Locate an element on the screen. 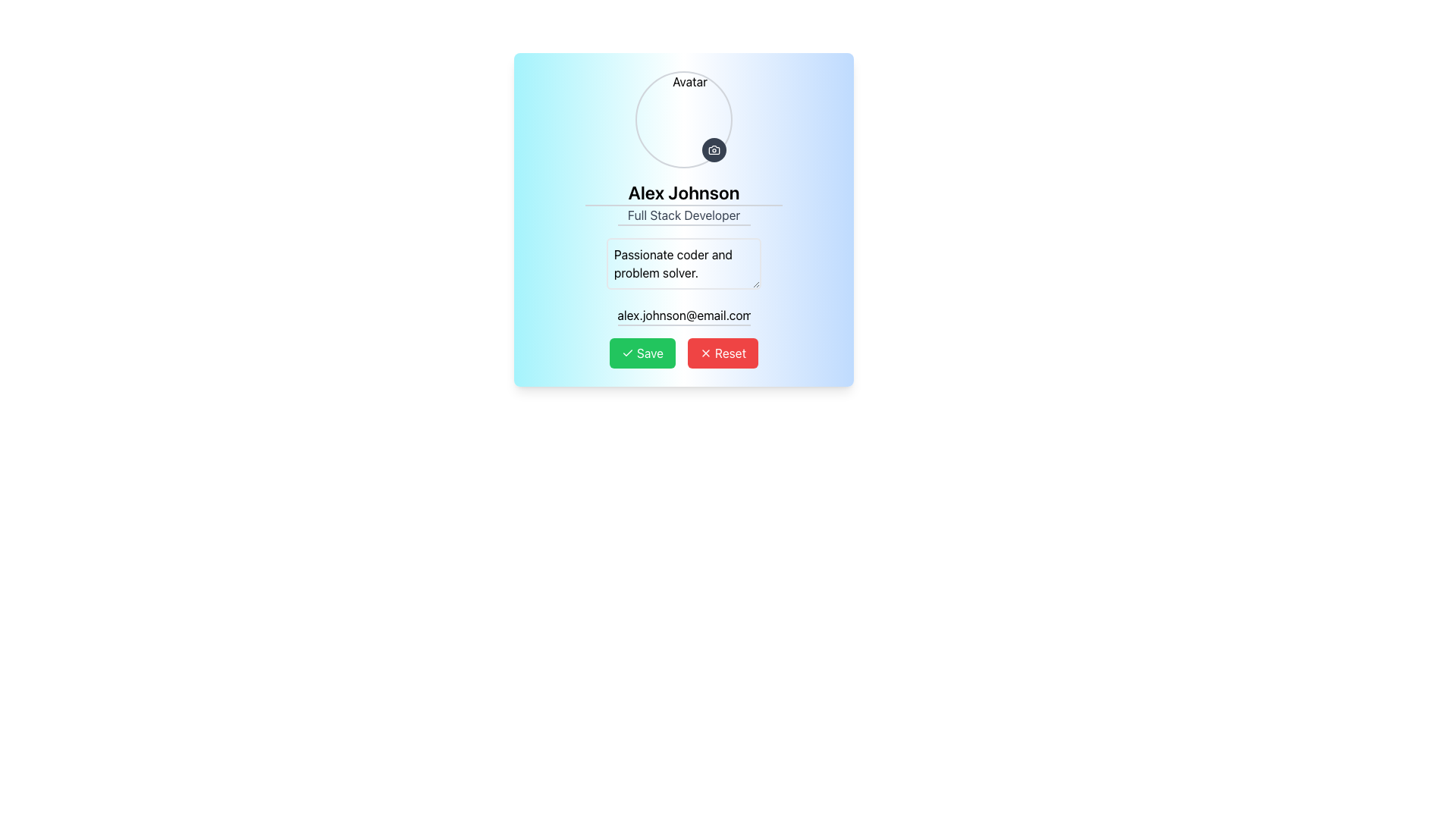 Image resolution: width=1456 pixels, height=819 pixels. the checkmark icon located to the left of the 'Save' button to confirm the action is located at coordinates (627, 353).